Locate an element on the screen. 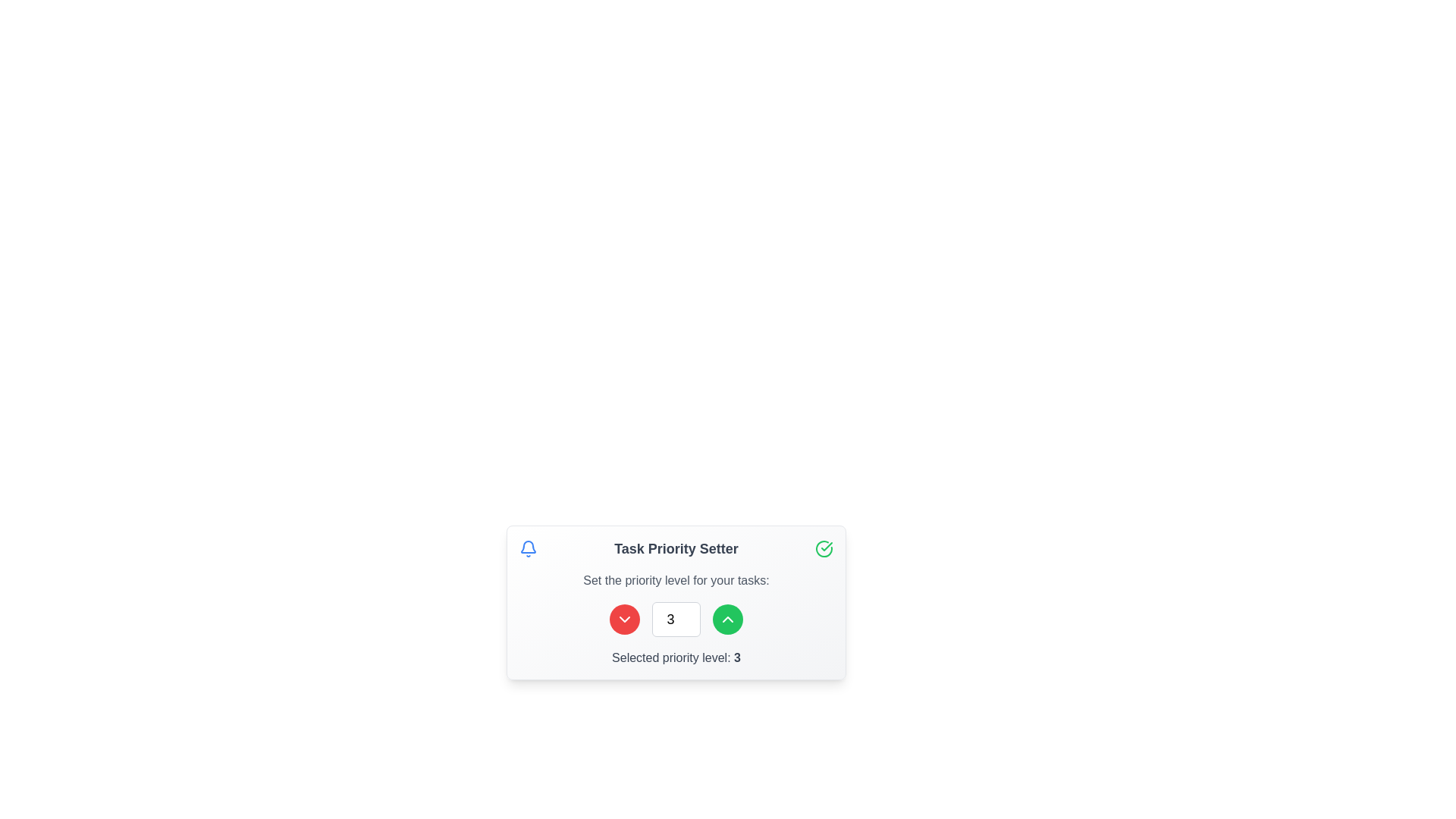 Image resolution: width=1456 pixels, height=819 pixels. text label that displays 'Set the priority level for your tasks:' located at the top-middle of the 'Task Priority Setter' card is located at coordinates (676, 580).